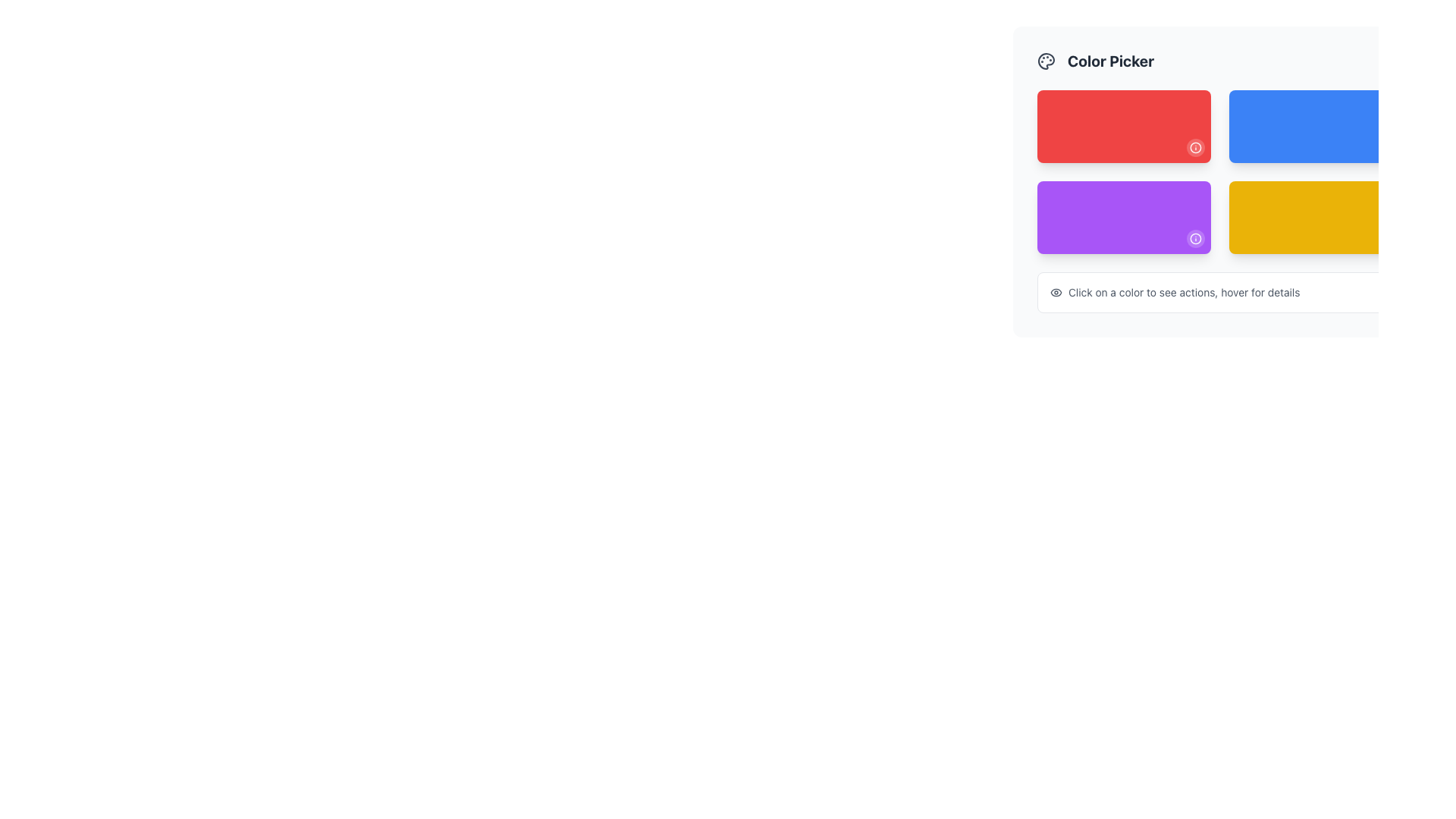  Describe the element at coordinates (1110, 61) in the screenshot. I see `the Text Label that serves as a descriptive title for the section, positioned to the right of a palette icon and centrally aligned in the header area` at that location.